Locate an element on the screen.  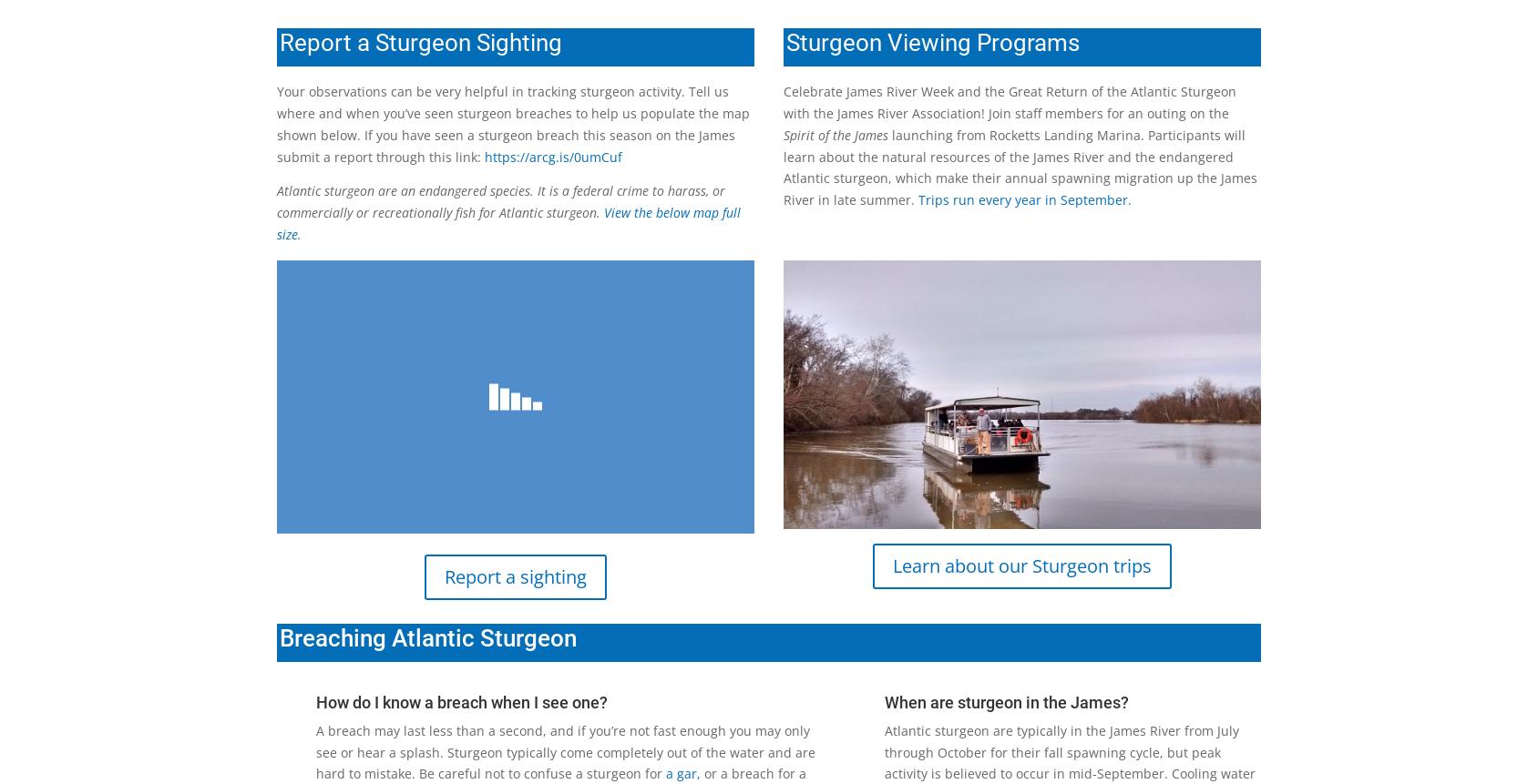
'Breaching Atlantic Sturgeon' is located at coordinates (426, 636).